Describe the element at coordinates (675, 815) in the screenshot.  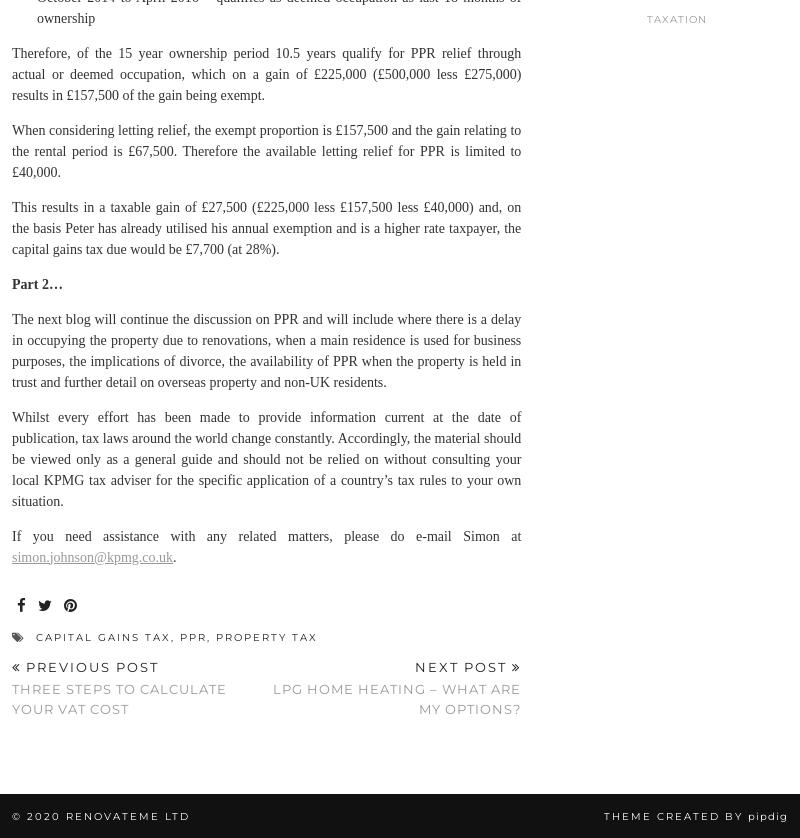
I see `'Theme created by'` at that location.